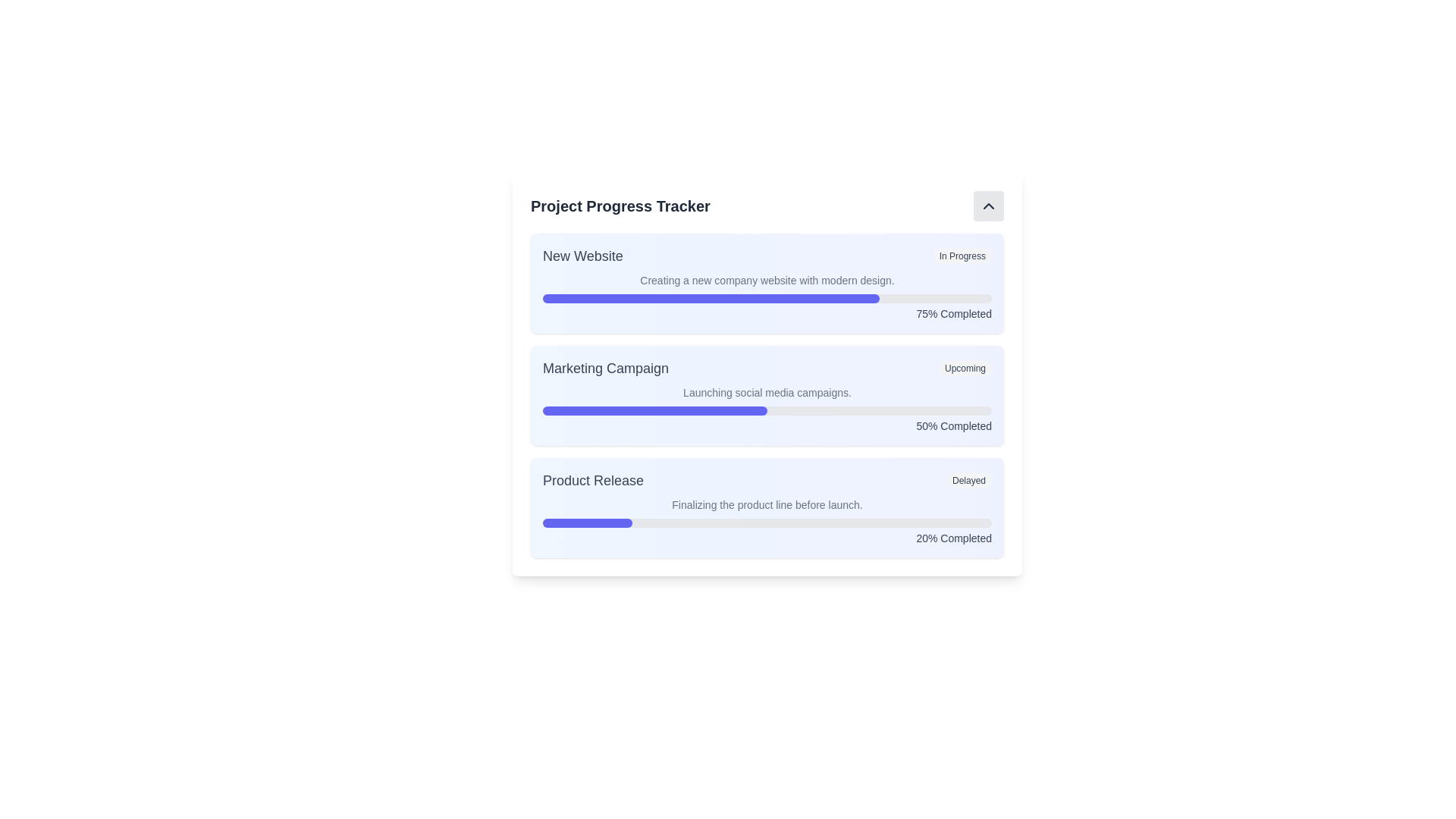 The width and height of the screenshot is (1456, 819). Describe the element at coordinates (767, 256) in the screenshot. I see `descriptions provided for the composite display component showing the title 'New Website' and the status 'In Progress' located at the top of the vertically stacked list` at that location.